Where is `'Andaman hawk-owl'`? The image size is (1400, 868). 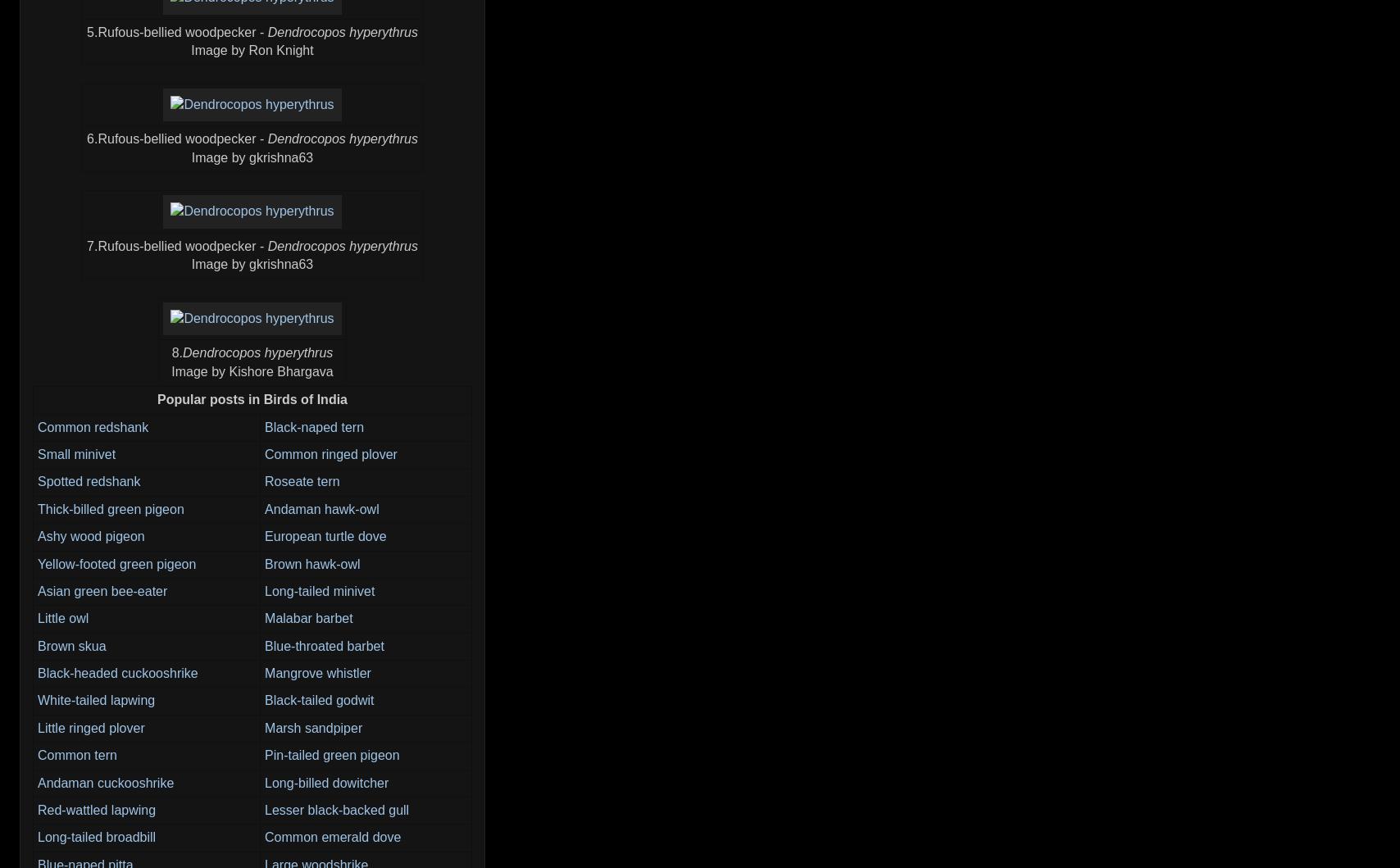 'Andaman hawk-owl' is located at coordinates (321, 507).